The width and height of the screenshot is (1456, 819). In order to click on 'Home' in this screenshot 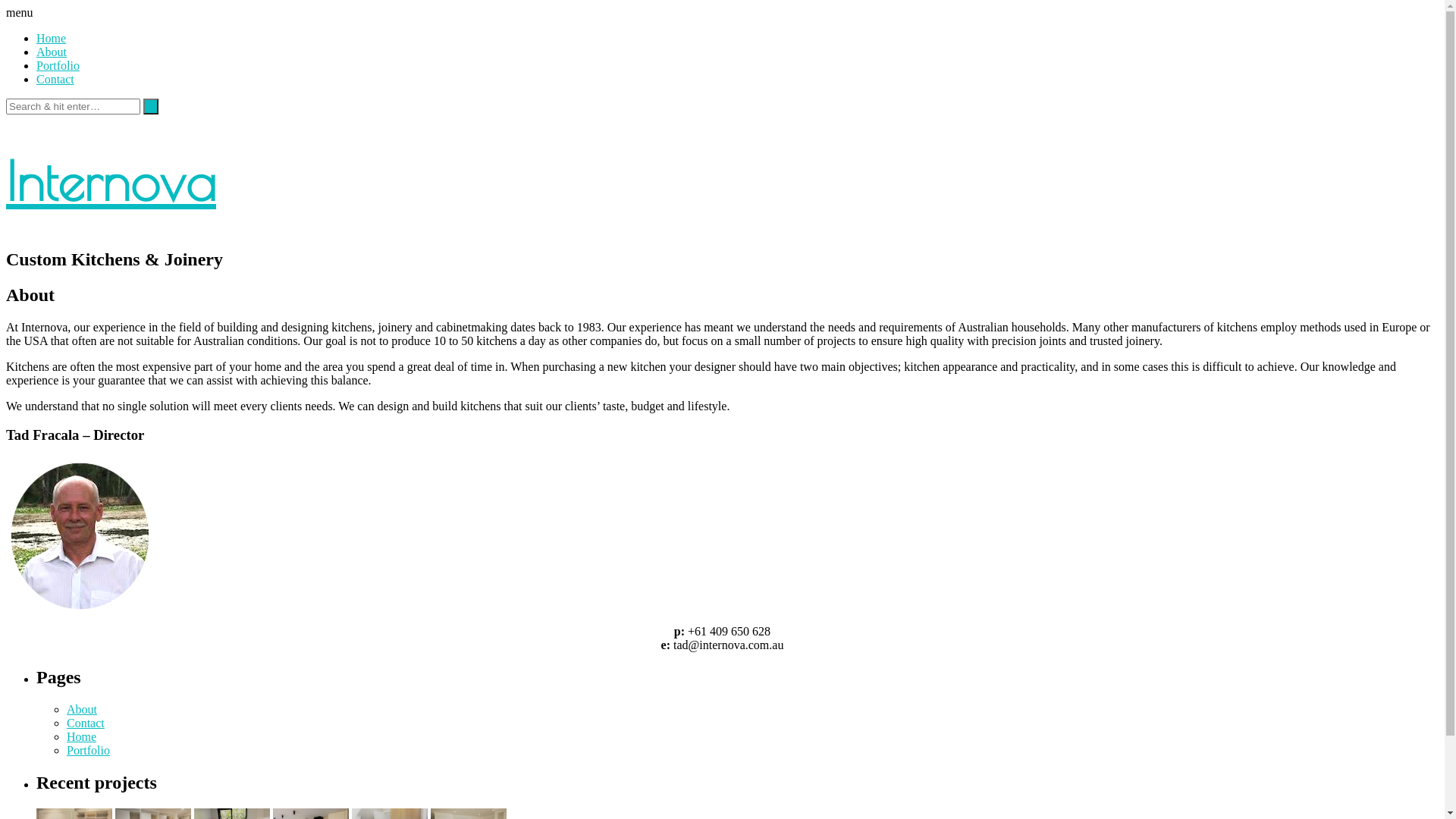, I will do `click(65, 736)`.